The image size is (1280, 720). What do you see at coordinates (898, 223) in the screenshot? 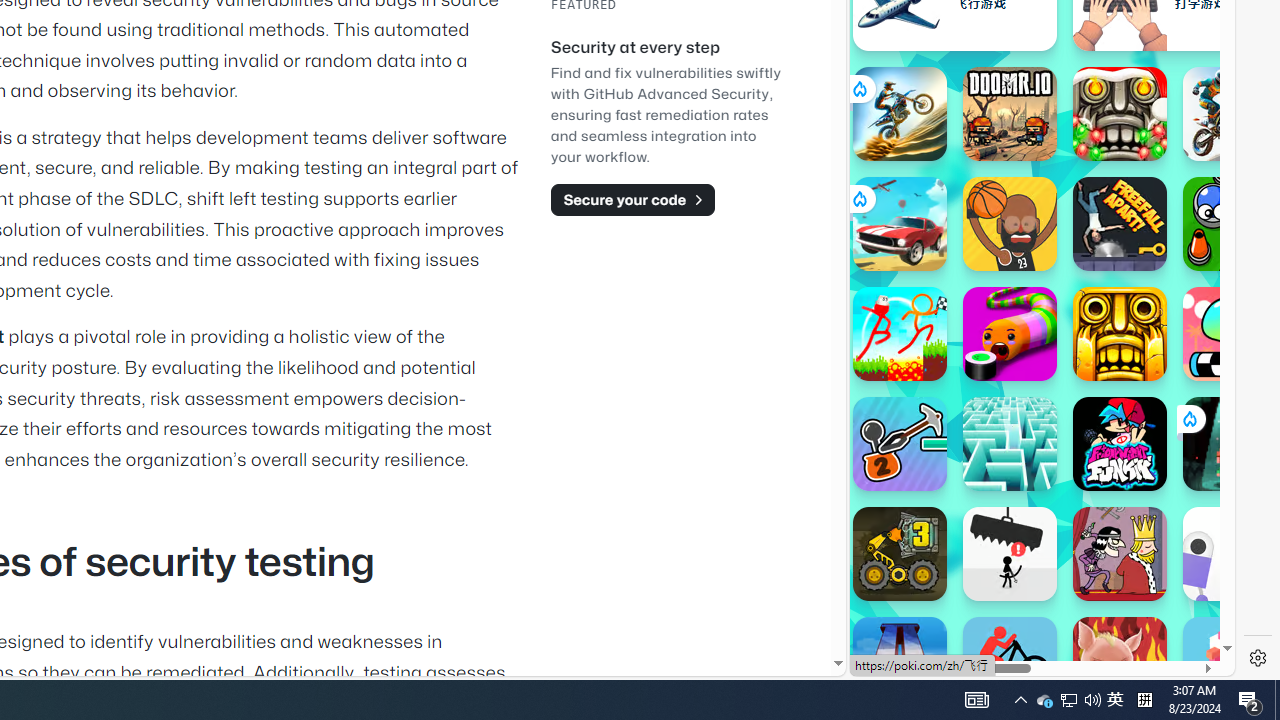
I see `'Stunt Paradise'` at bounding box center [898, 223].